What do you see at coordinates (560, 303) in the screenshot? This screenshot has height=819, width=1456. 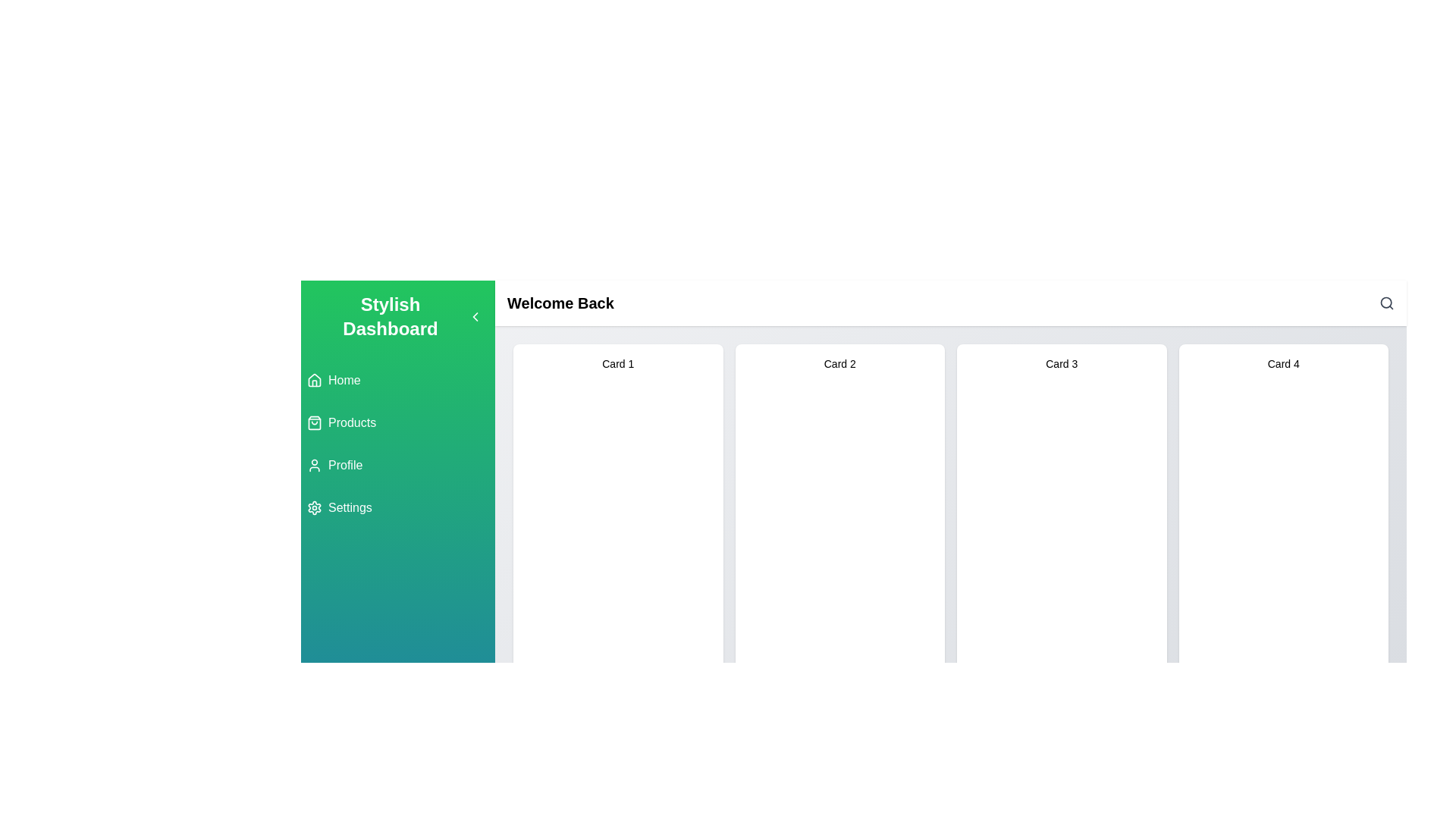 I see `the welcoming message text label located at the top-left of the white horizontal bar above the grid of items` at bounding box center [560, 303].